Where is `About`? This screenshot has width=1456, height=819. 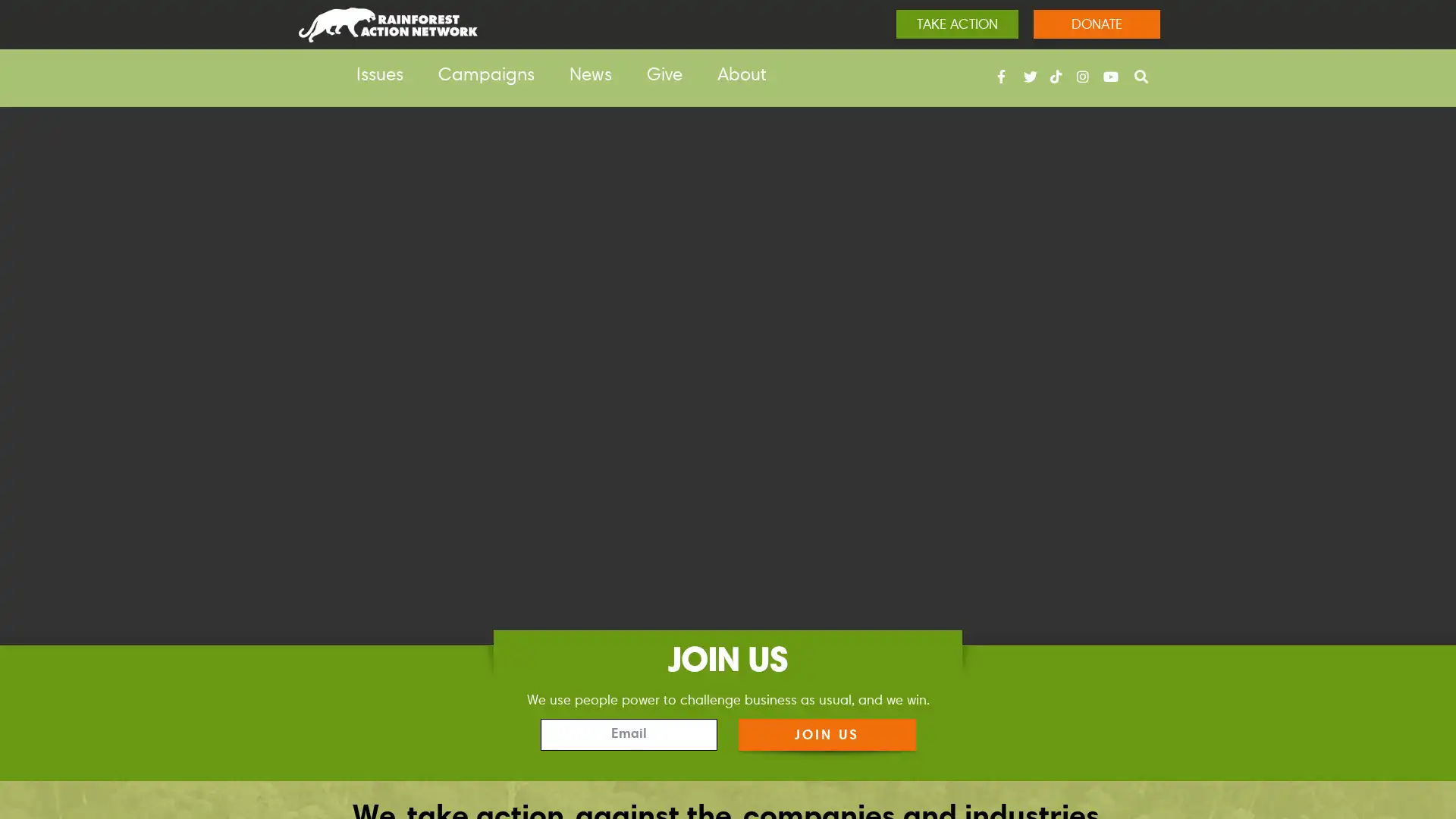 About is located at coordinates (742, 76).